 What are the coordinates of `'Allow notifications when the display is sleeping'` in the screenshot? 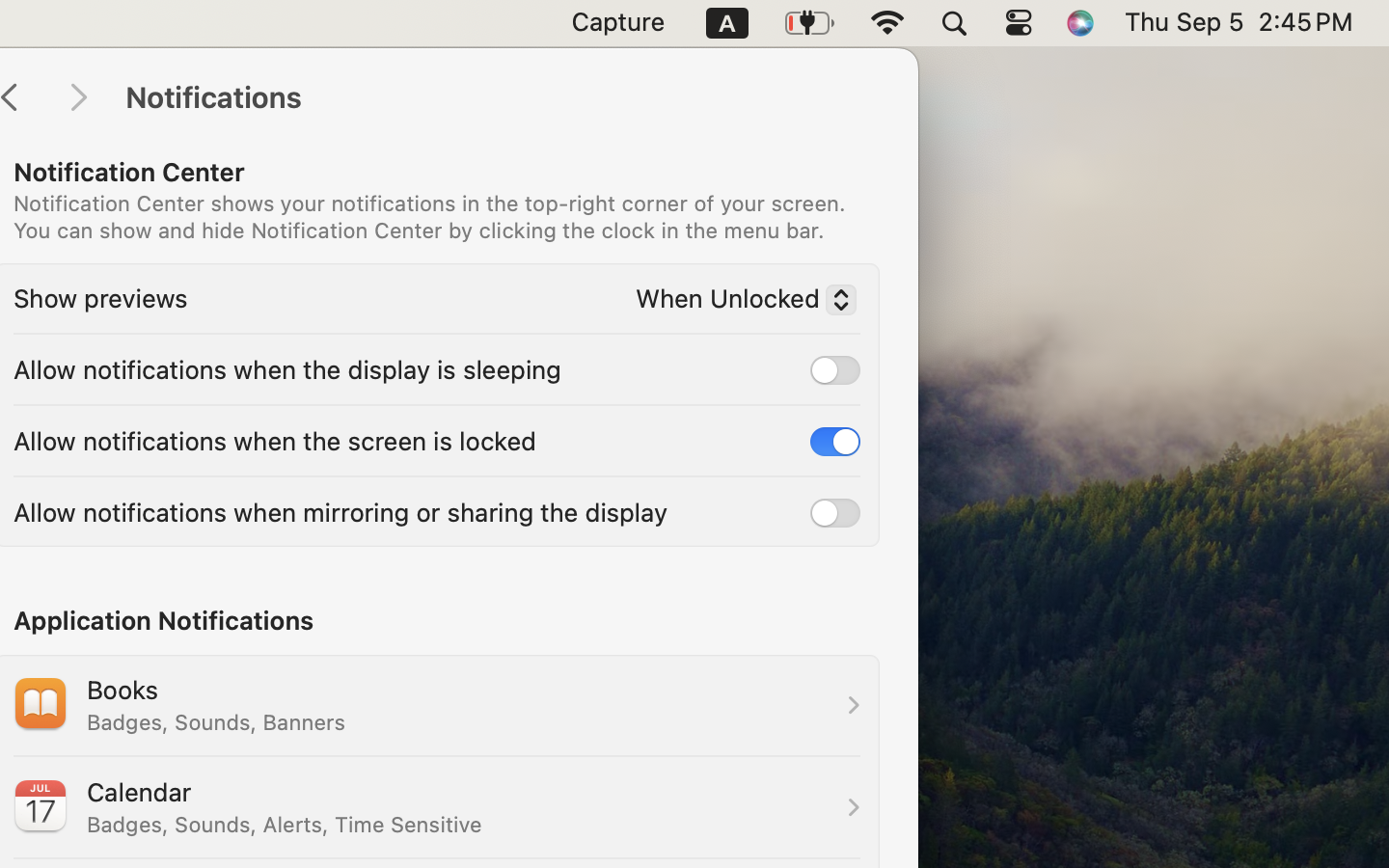 It's located at (286, 367).